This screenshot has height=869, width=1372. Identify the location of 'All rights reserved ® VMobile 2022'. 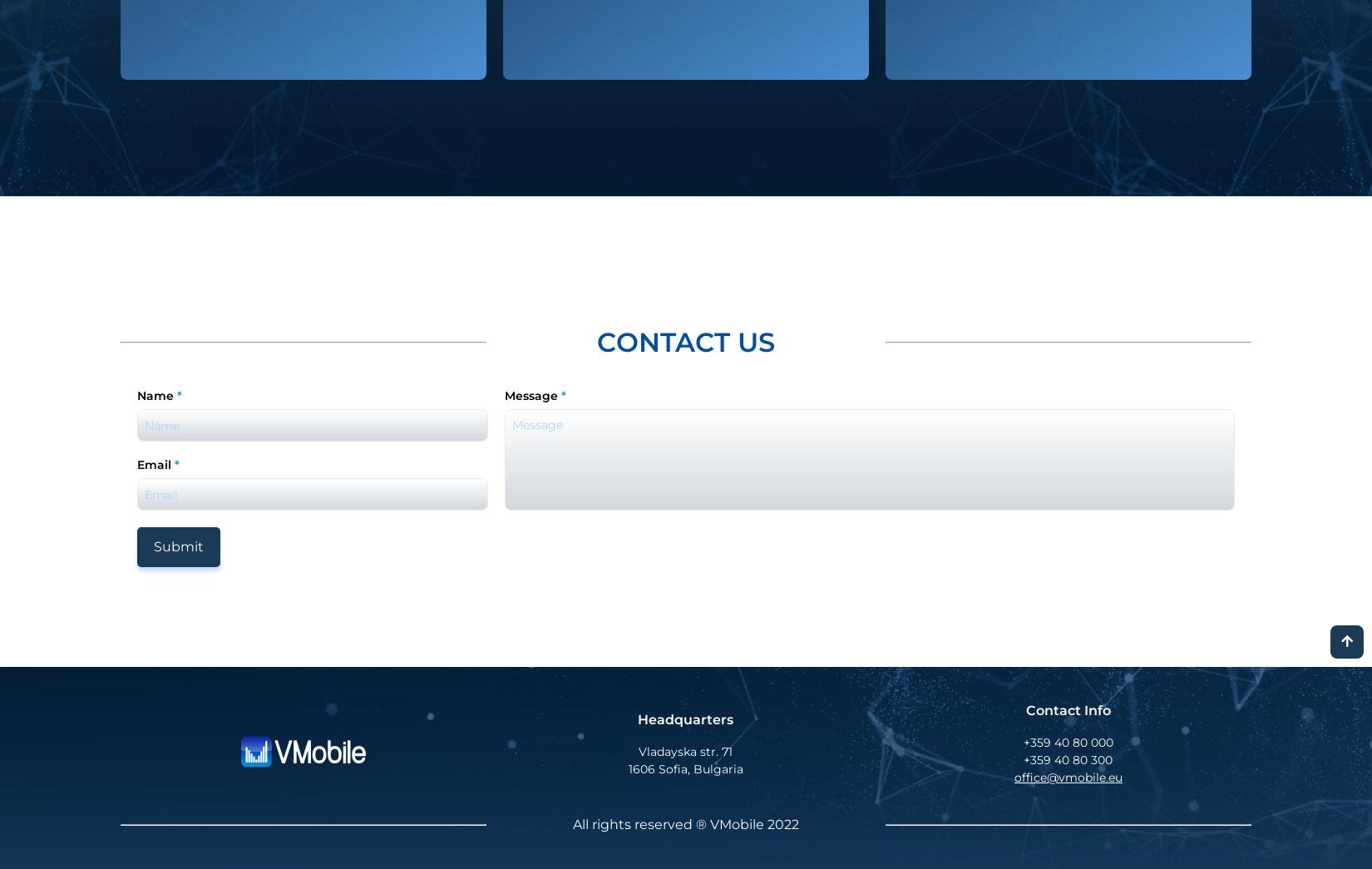
(684, 824).